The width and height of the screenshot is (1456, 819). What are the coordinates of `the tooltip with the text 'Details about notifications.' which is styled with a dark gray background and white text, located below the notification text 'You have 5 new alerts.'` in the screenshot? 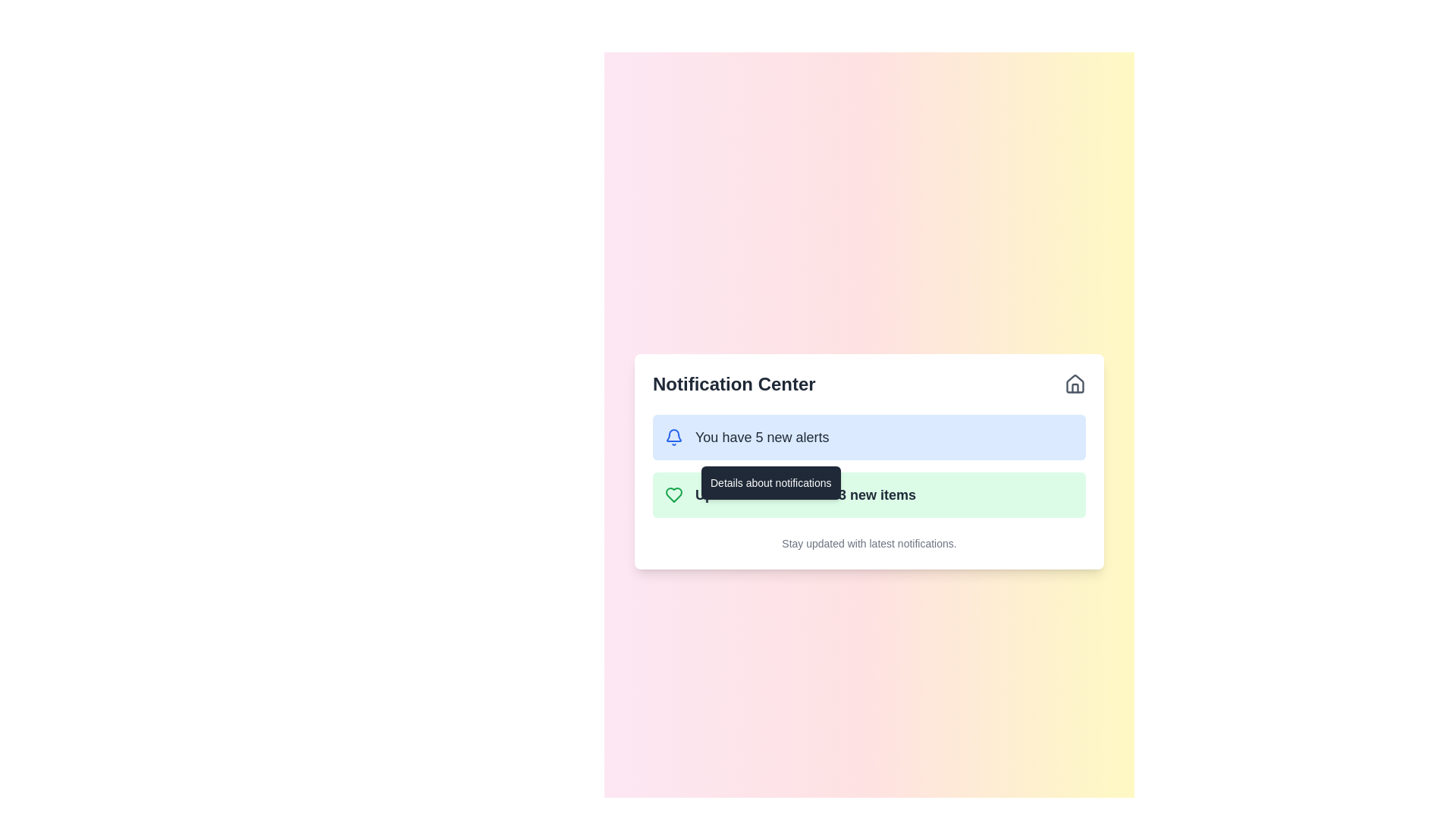 It's located at (770, 482).